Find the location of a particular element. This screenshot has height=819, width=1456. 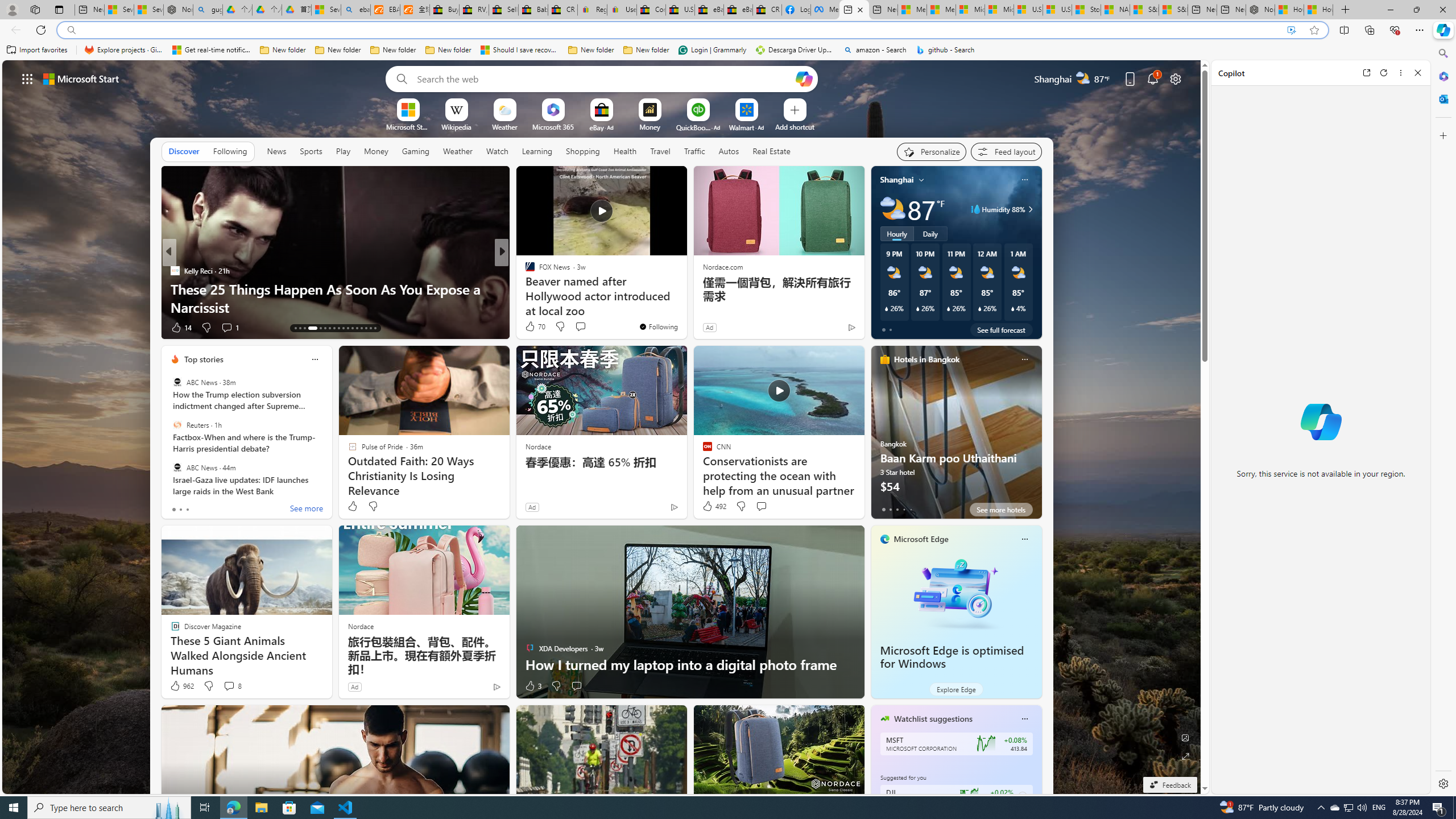

'Microsoft Edge is optimised for Windows' is located at coordinates (955, 592).